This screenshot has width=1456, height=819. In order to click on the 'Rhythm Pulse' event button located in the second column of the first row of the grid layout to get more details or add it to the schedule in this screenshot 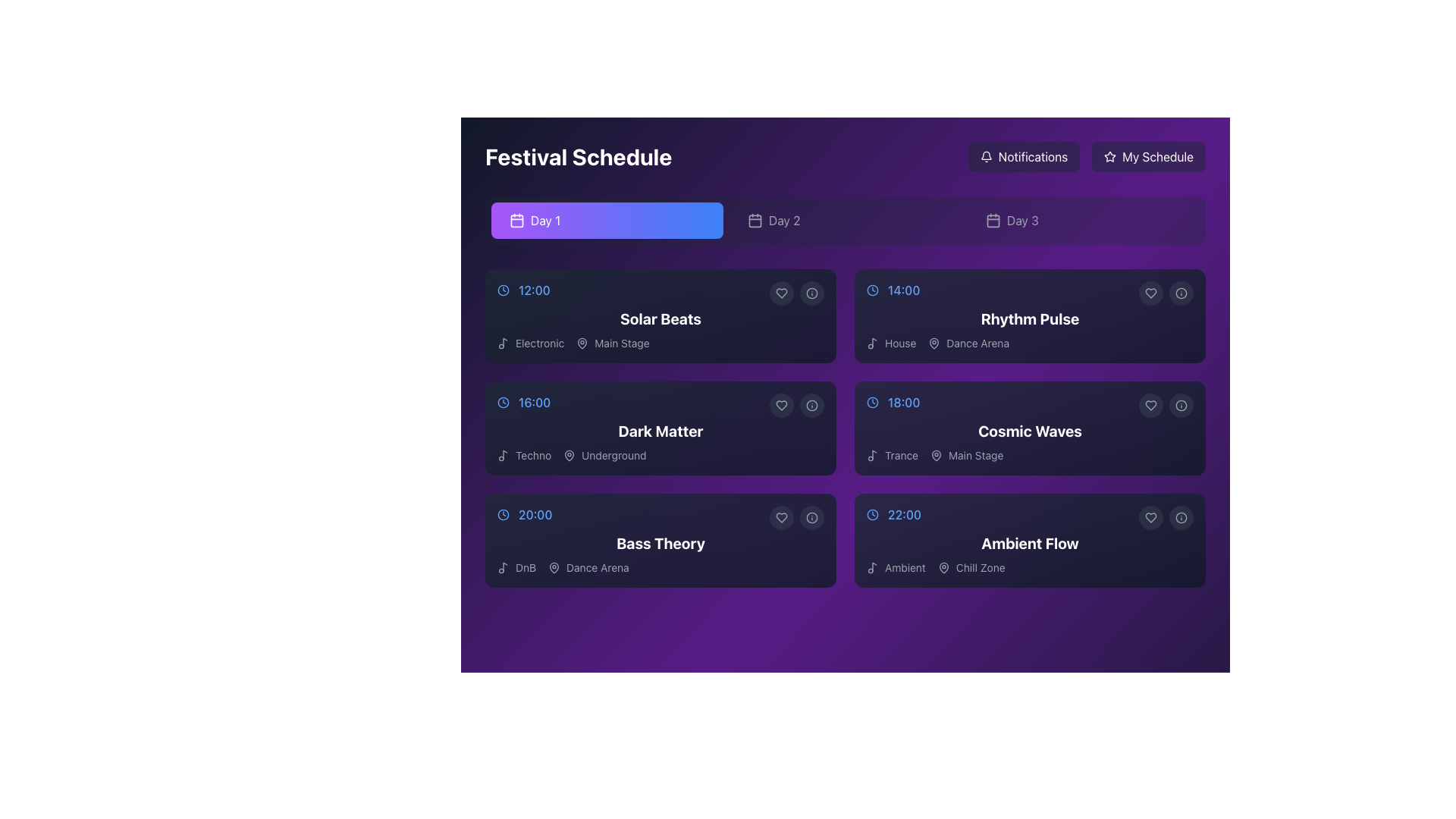, I will do `click(1030, 315)`.